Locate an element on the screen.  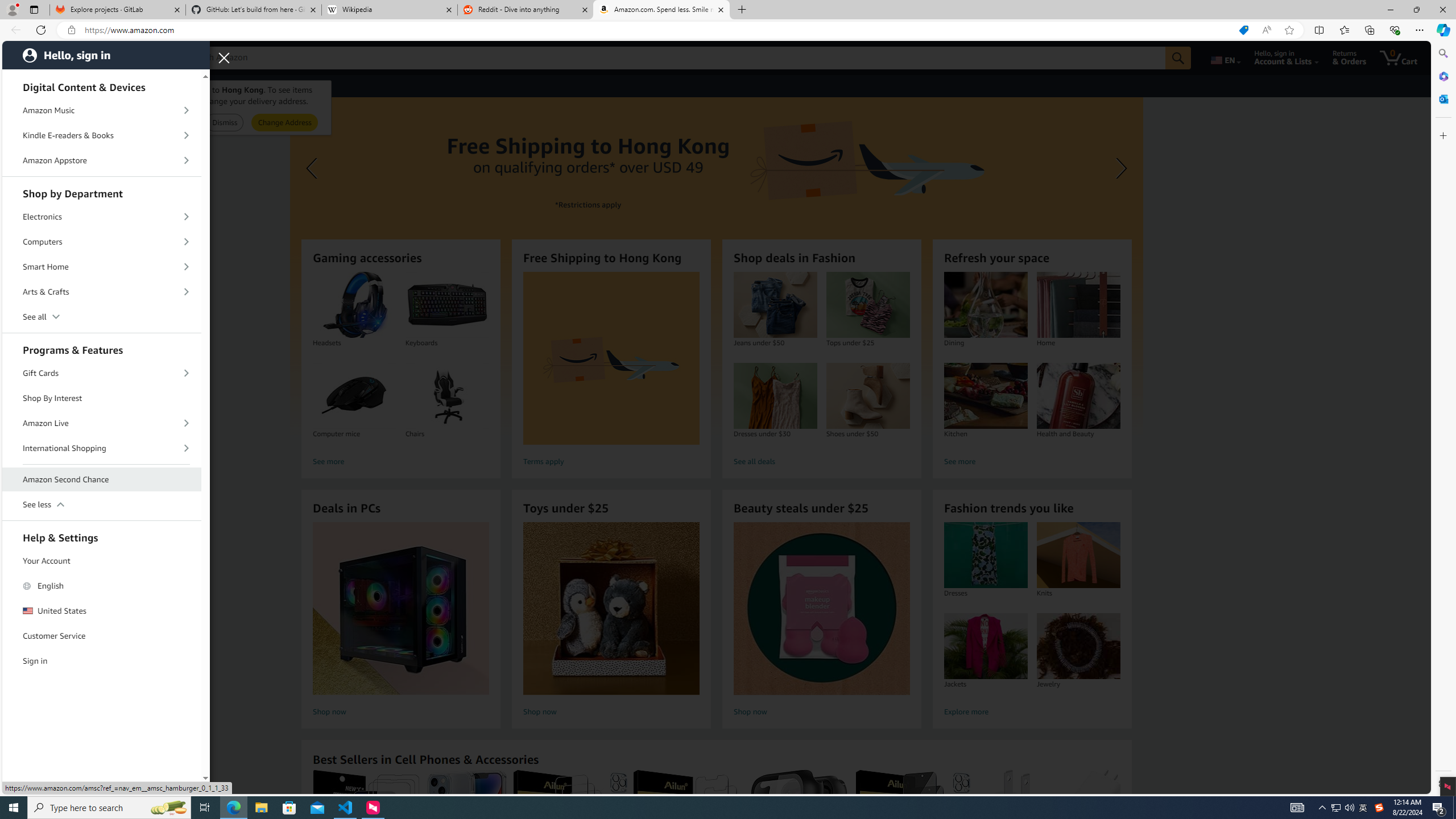
'United States' is located at coordinates (102, 610).